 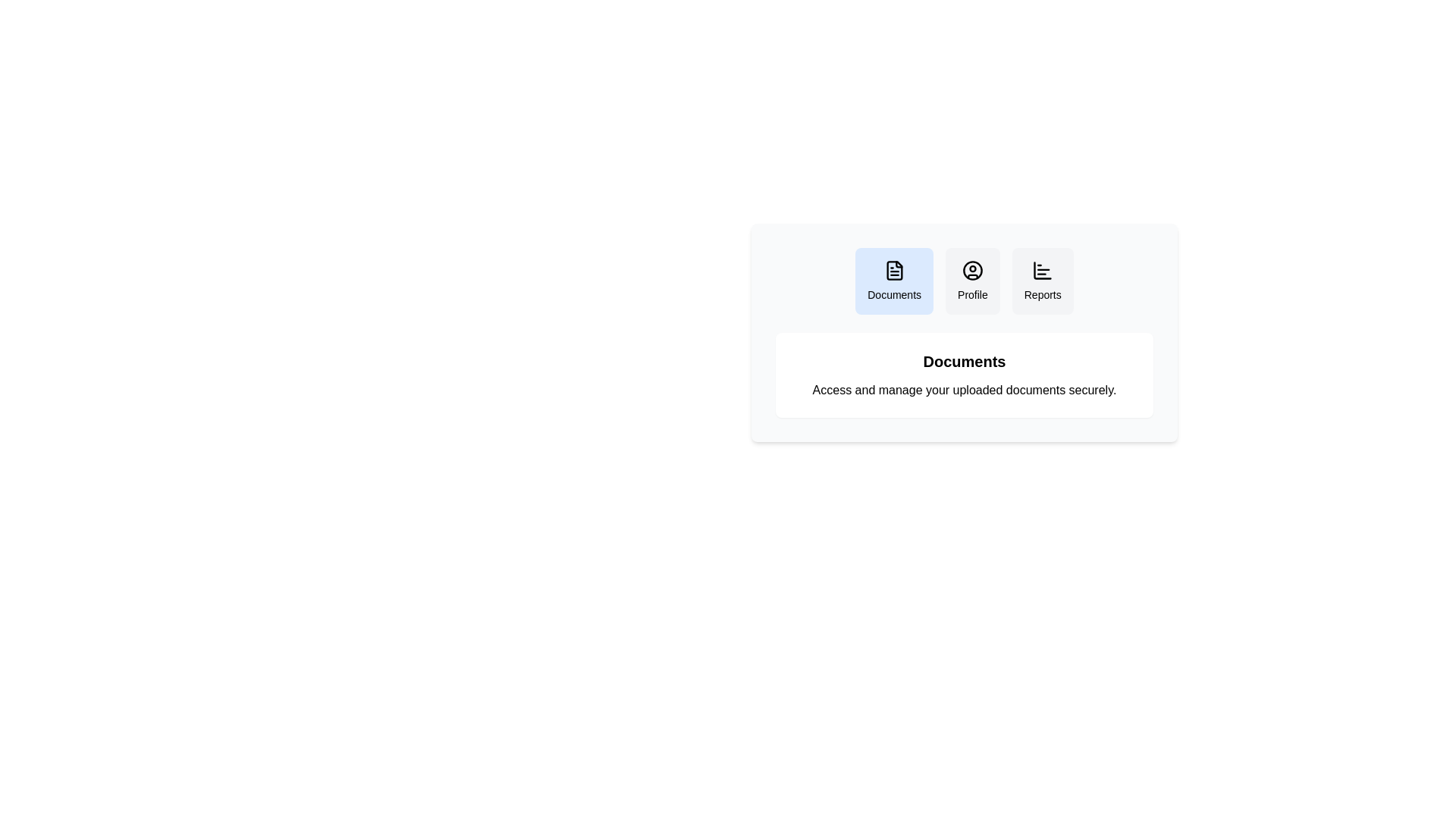 I want to click on the Documents tab, so click(x=894, y=281).